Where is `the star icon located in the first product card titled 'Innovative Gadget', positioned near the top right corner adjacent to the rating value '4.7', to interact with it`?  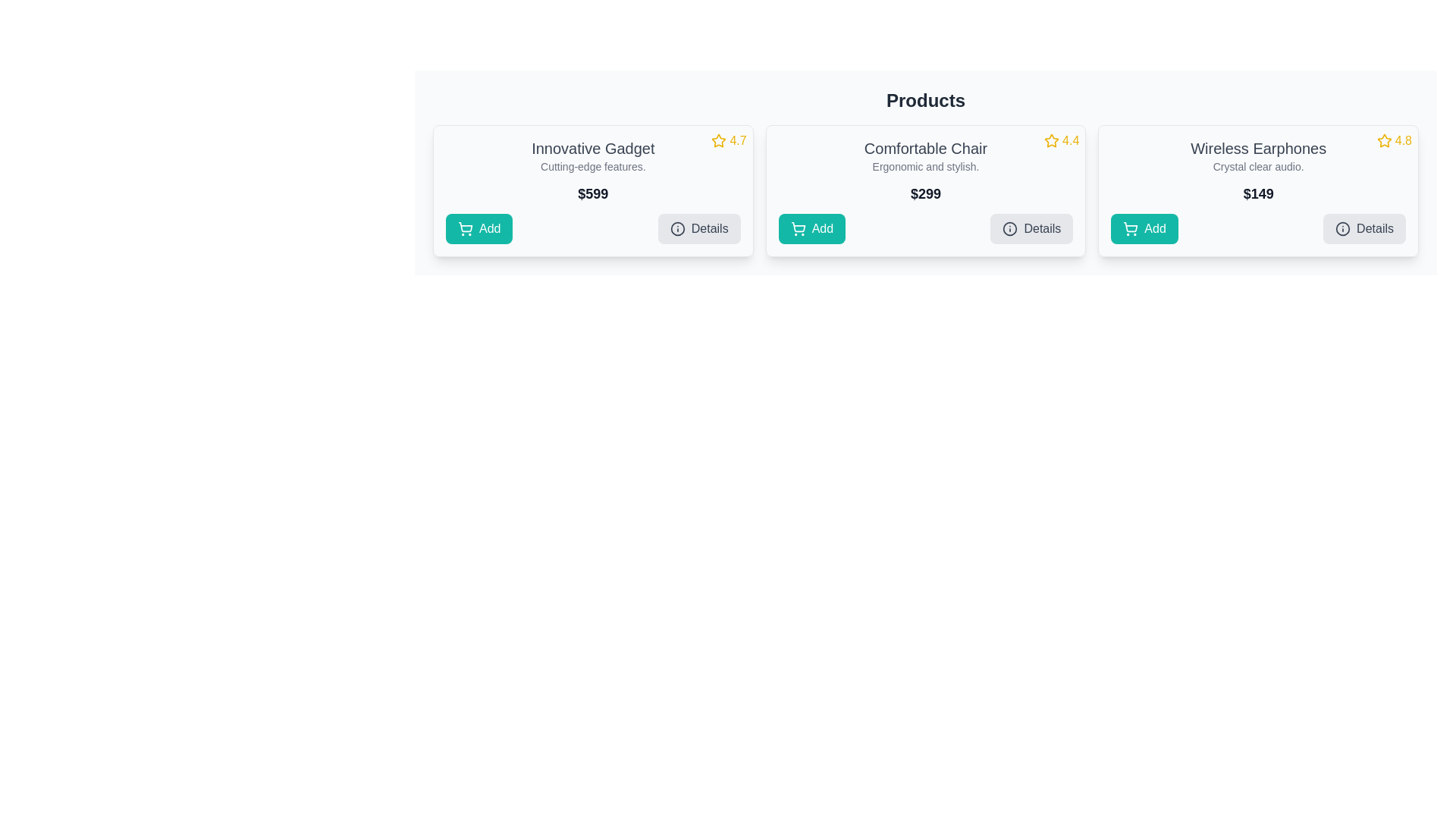 the star icon located in the first product card titled 'Innovative Gadget', positioned near the top right corner adjacent to the rating value '4.7', to interact with it is located at coordinates (718, 140).